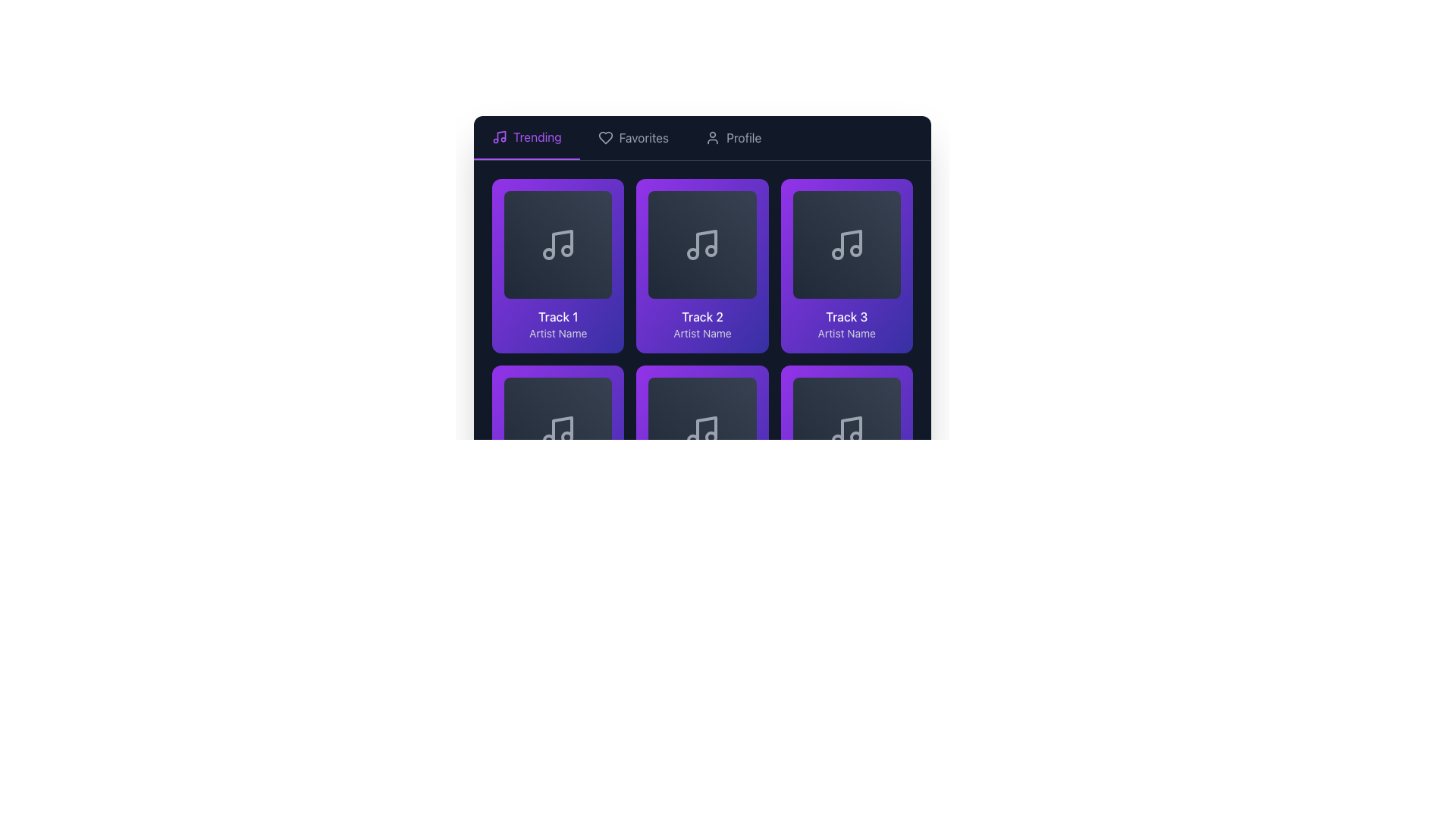 Image resolution: width=1456 pixels, height=819 pixels. I want to click on text label identifying the title of the music track, which is located in the first grid card of the UI grid layout, positioned below an icon and above the text 'Artist Name', so click(557, 316).